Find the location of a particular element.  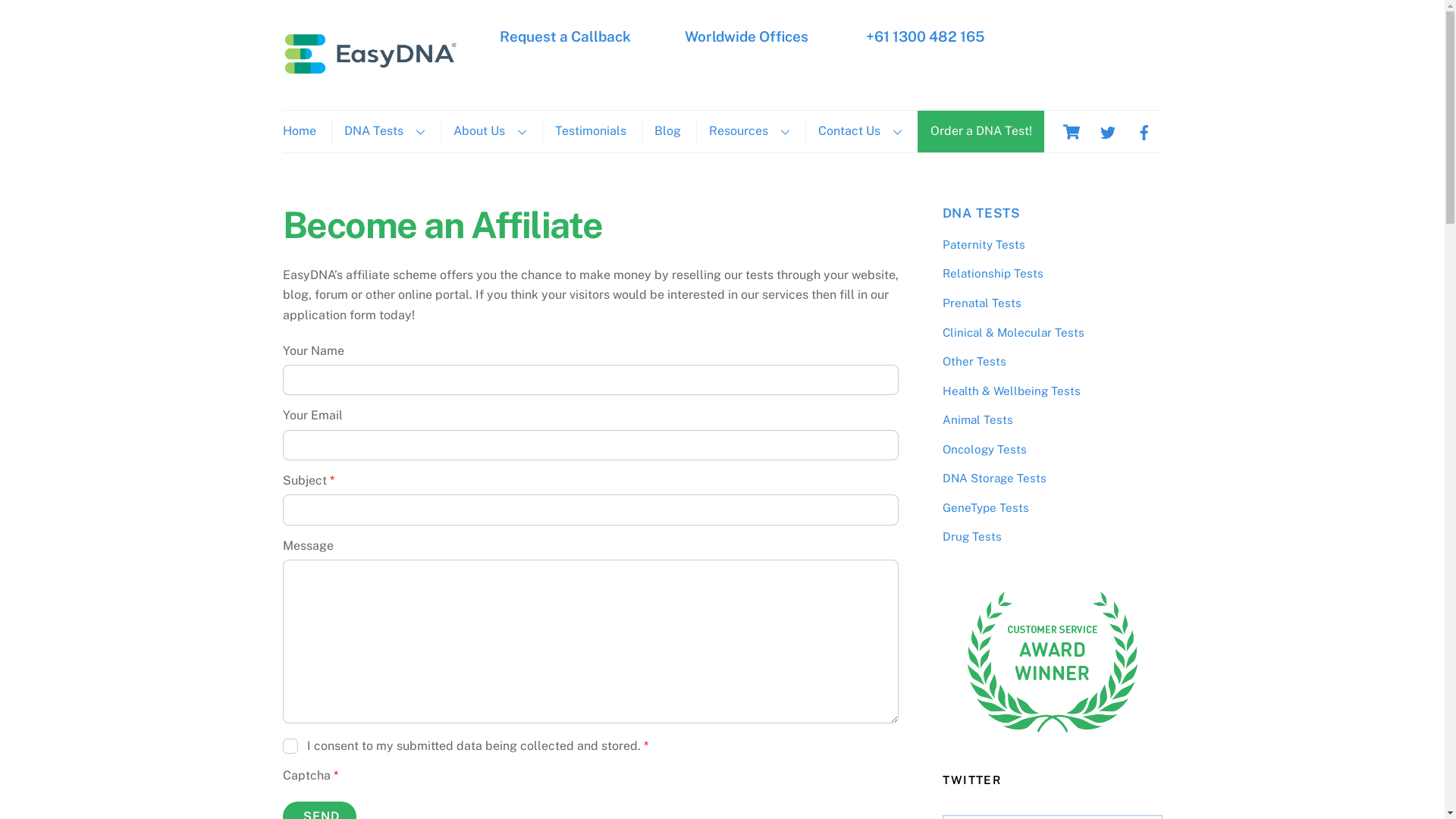

'Cart' is located at coordinates (1069, 130).